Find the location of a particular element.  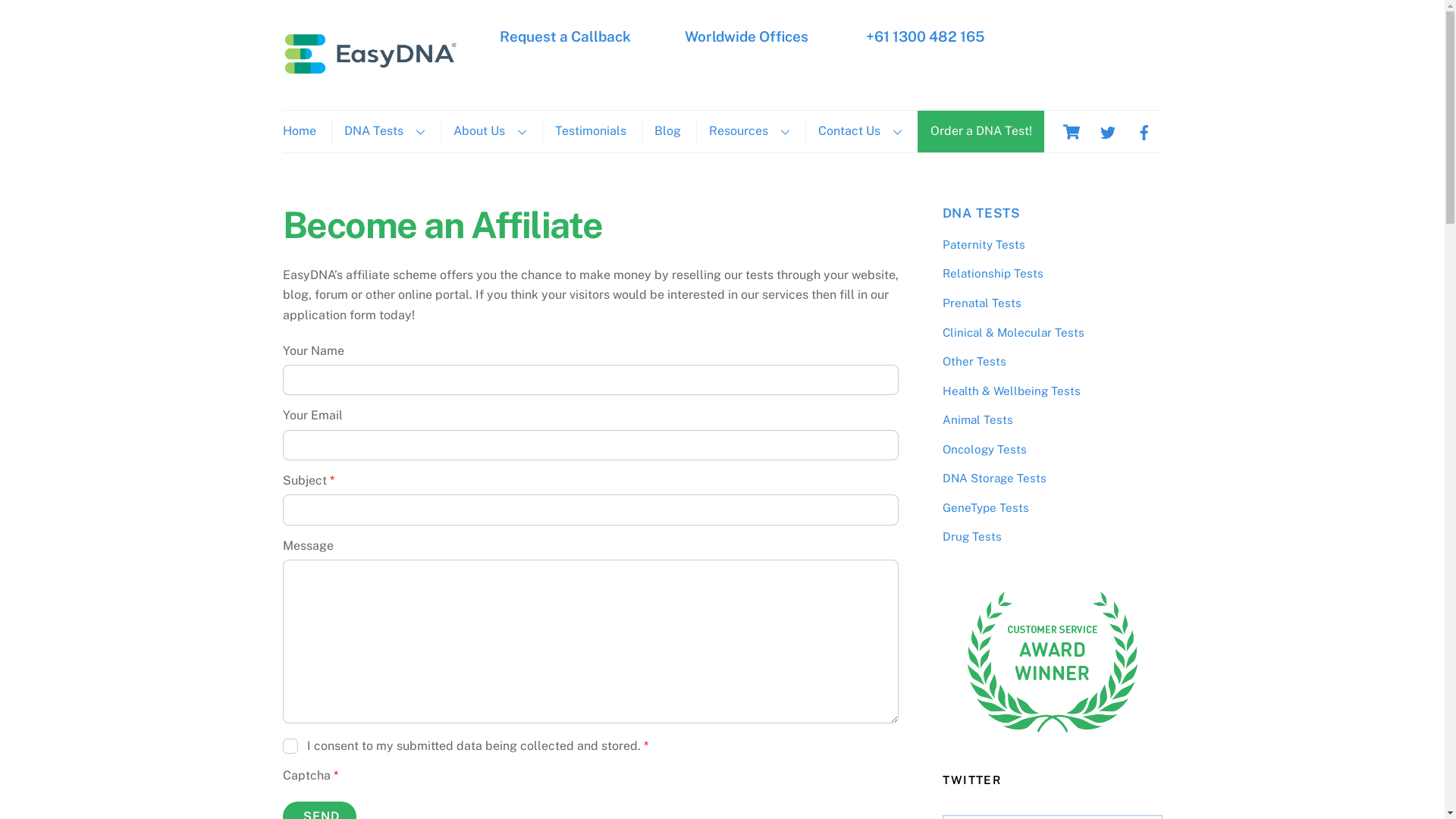

'Cart' is located at coordinates (1069, 130).